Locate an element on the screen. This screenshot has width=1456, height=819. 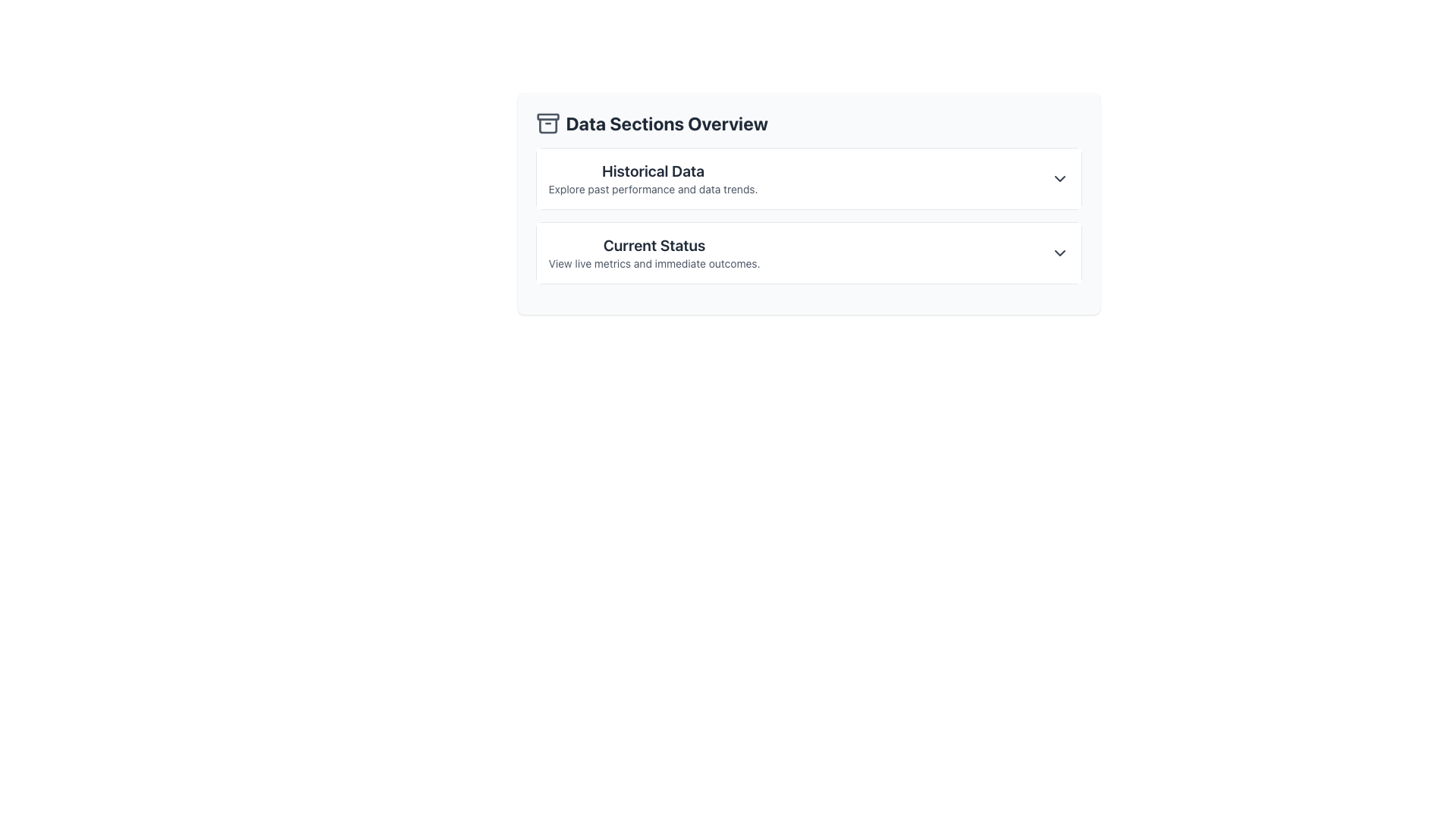
the text label that provides a brief description of the 'Historical Data' section, located beneath the header text 'Historical Data' within the 'Data Sections Overview' is located at coordinates (653, 189).